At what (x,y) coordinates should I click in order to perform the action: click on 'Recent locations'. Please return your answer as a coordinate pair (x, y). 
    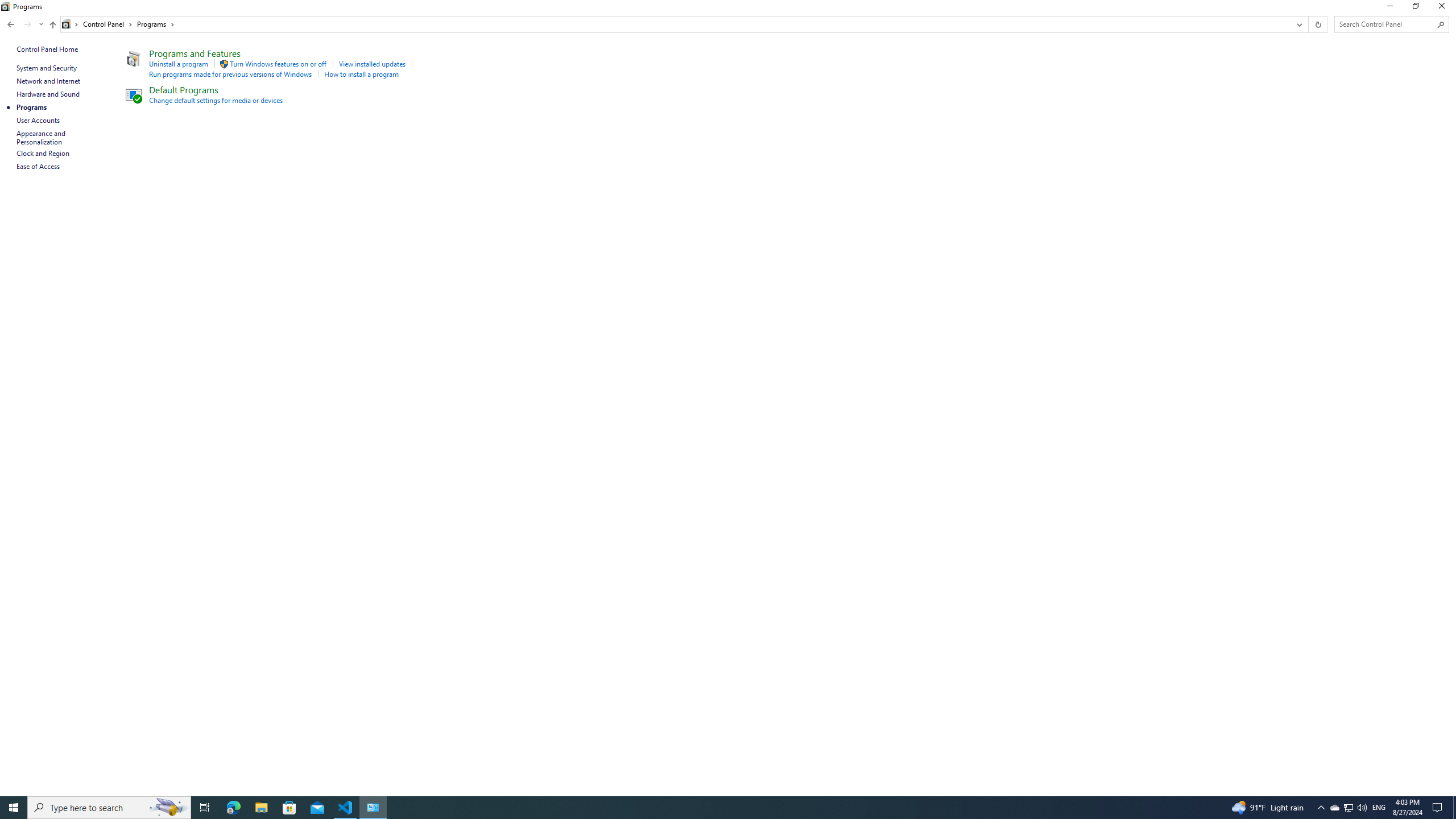
    Looking at the image, I should click on (40, 24).